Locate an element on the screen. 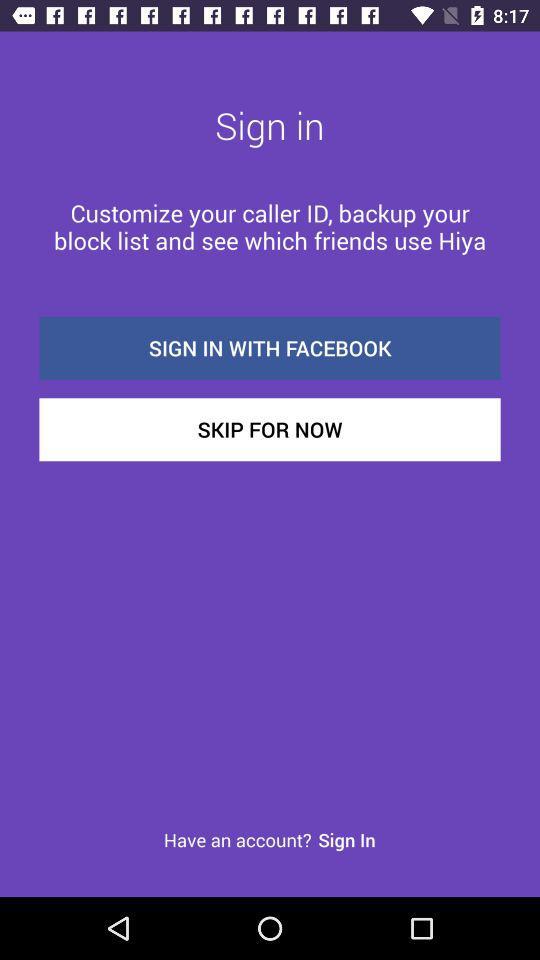 The height and width of the screenshot is (960, 540). icon above sign in with icon is located at coordinates (270, 226).